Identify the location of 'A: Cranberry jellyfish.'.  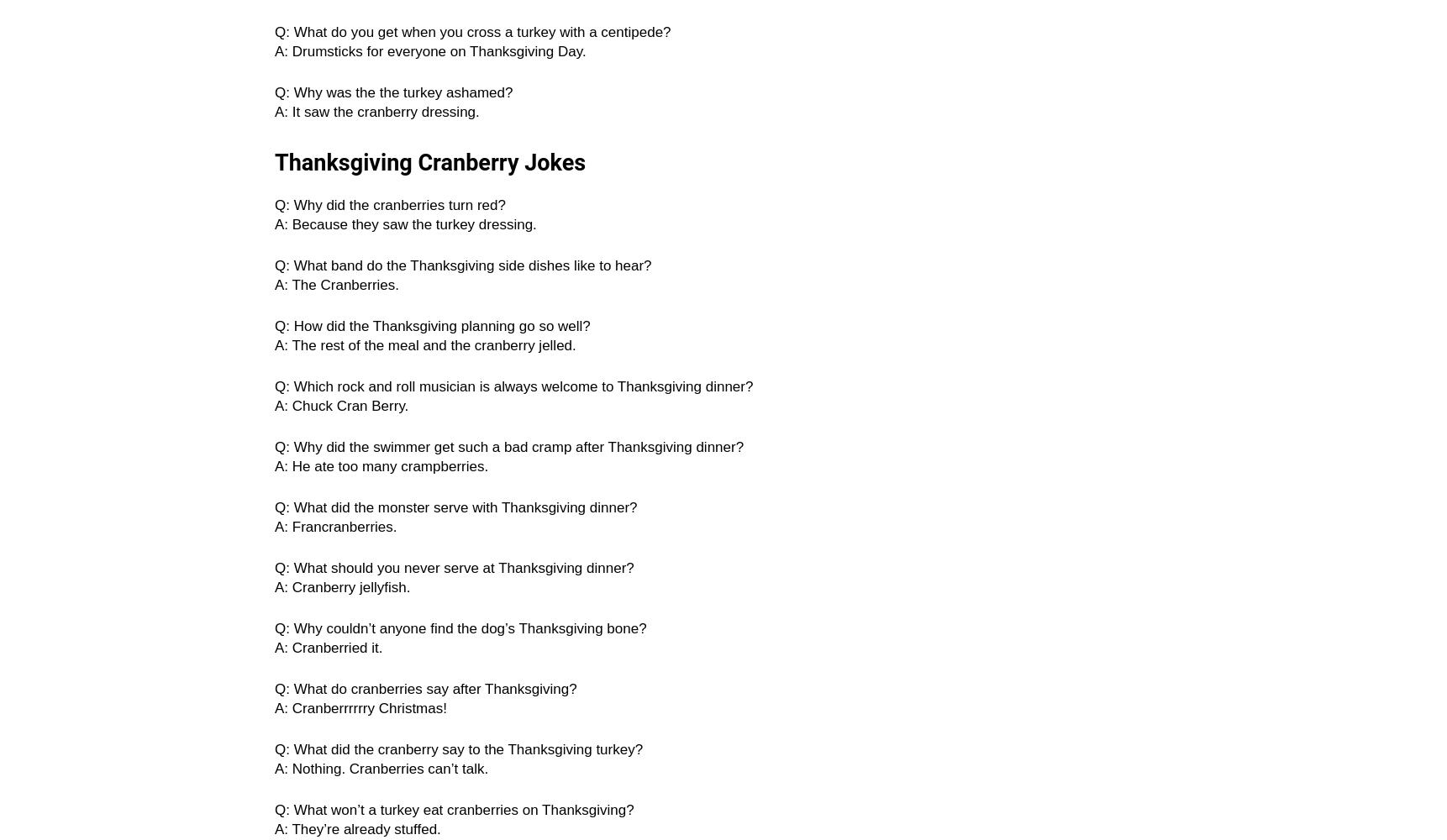
(342, 586).